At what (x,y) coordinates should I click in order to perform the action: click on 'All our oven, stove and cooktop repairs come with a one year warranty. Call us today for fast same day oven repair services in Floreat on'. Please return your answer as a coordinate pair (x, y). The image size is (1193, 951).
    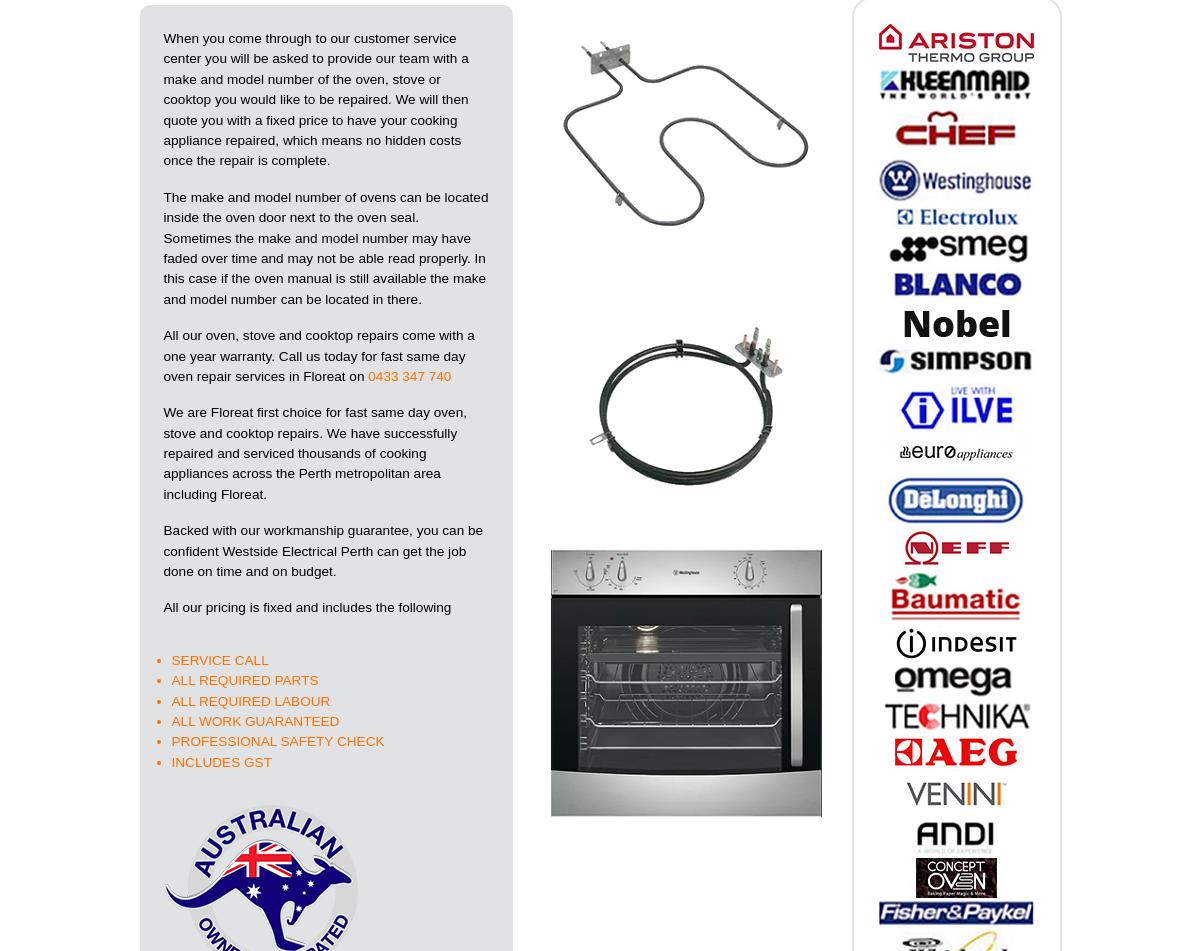
    Looking at the image, I should click on (317, 355).